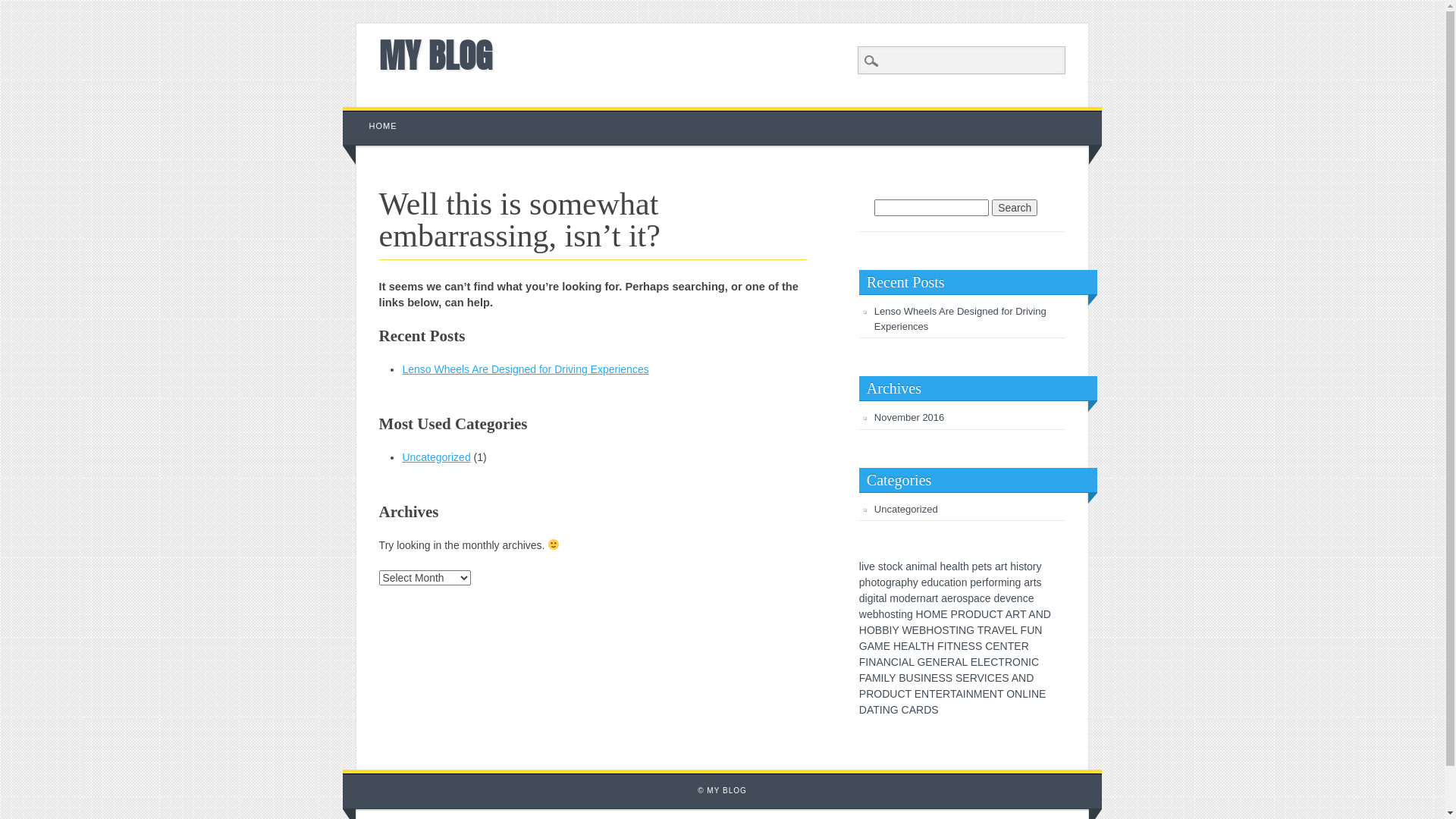 This screenshot has height=819, width=1456. I want to click on 'i', so click(874, 598).